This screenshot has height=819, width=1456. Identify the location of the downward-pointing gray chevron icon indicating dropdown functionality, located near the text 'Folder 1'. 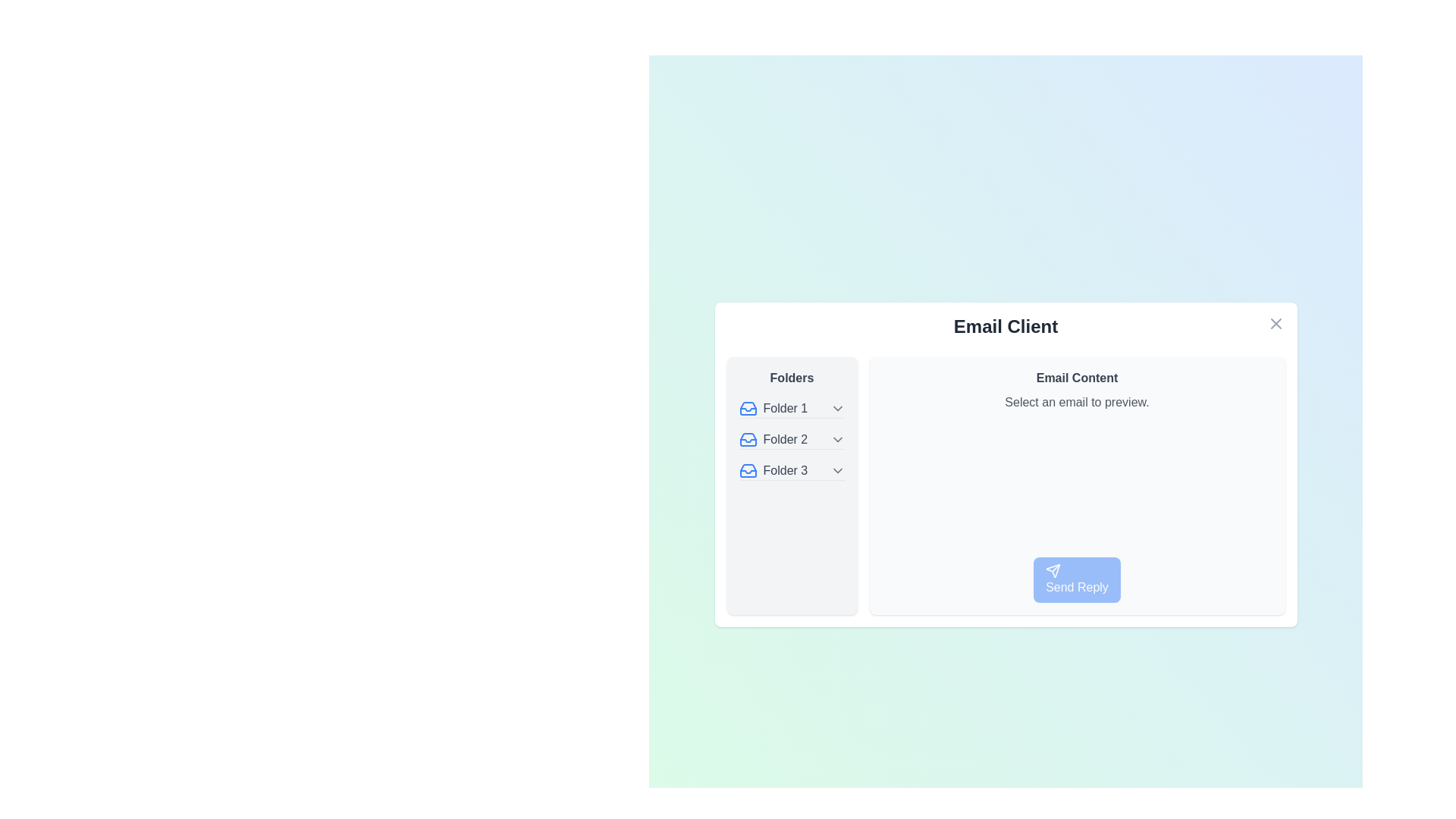
(836, 408).